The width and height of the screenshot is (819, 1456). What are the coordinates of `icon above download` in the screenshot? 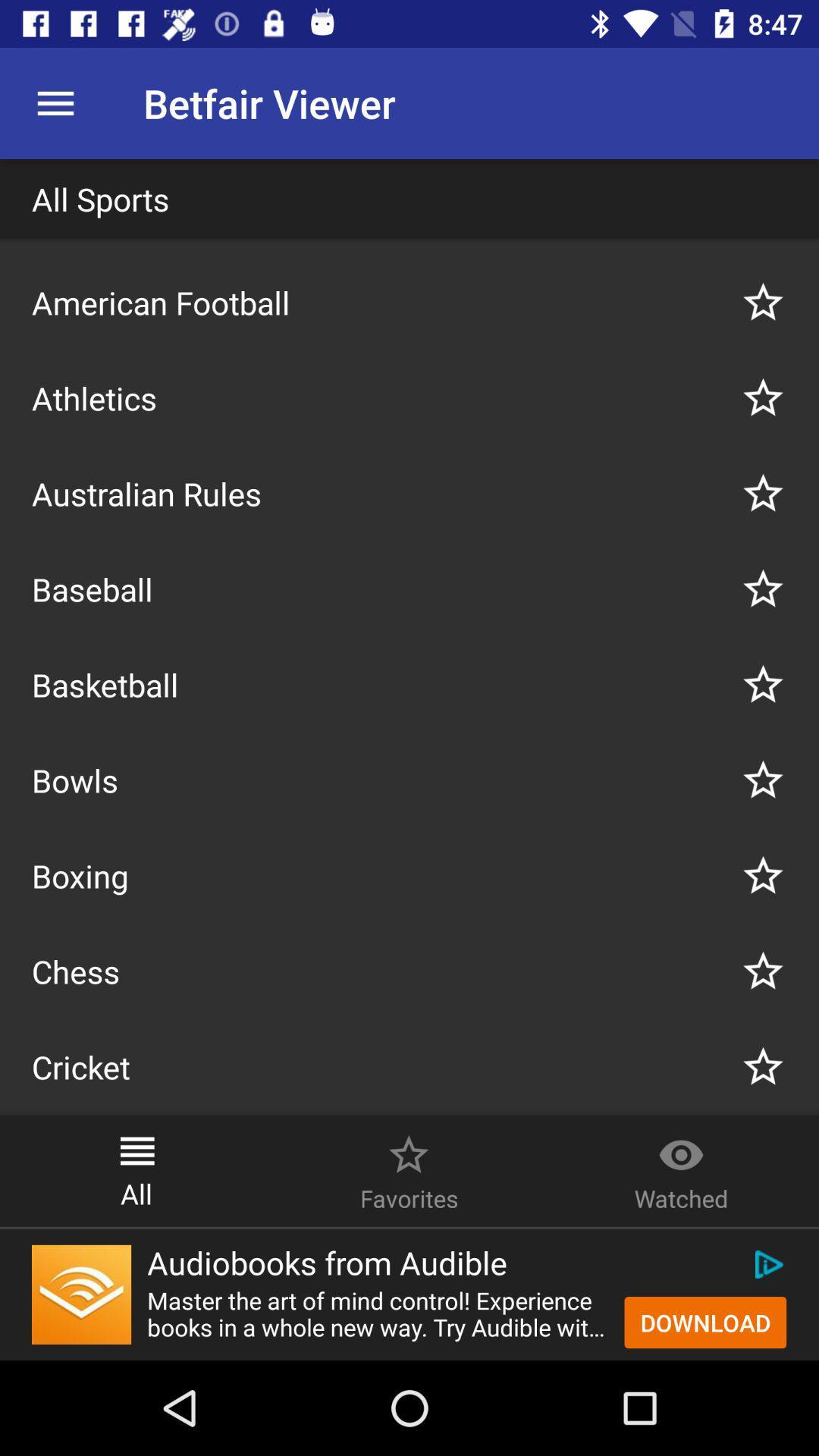 It's located at (767, 1265).